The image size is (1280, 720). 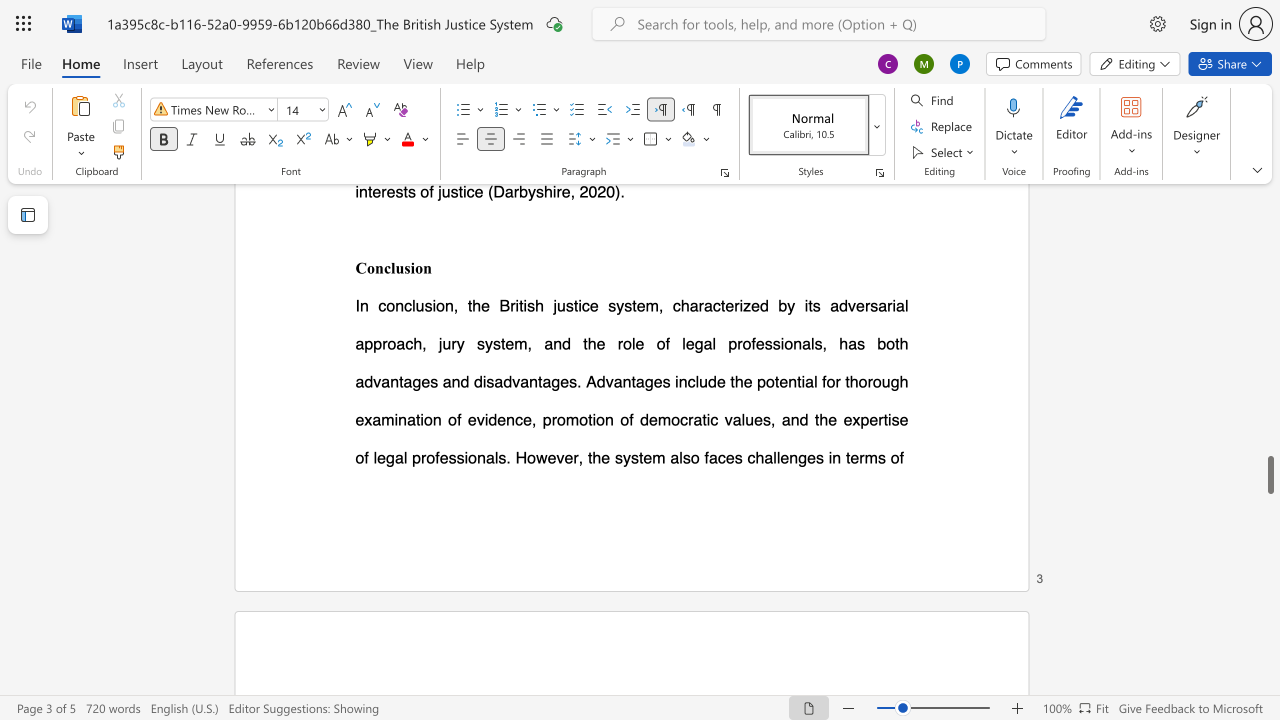 What do you see at coordinates (1269, 328) in the screenshot?
I see `the scrollbar on the right to shift the page higher` at bounding box center [1269, 328].